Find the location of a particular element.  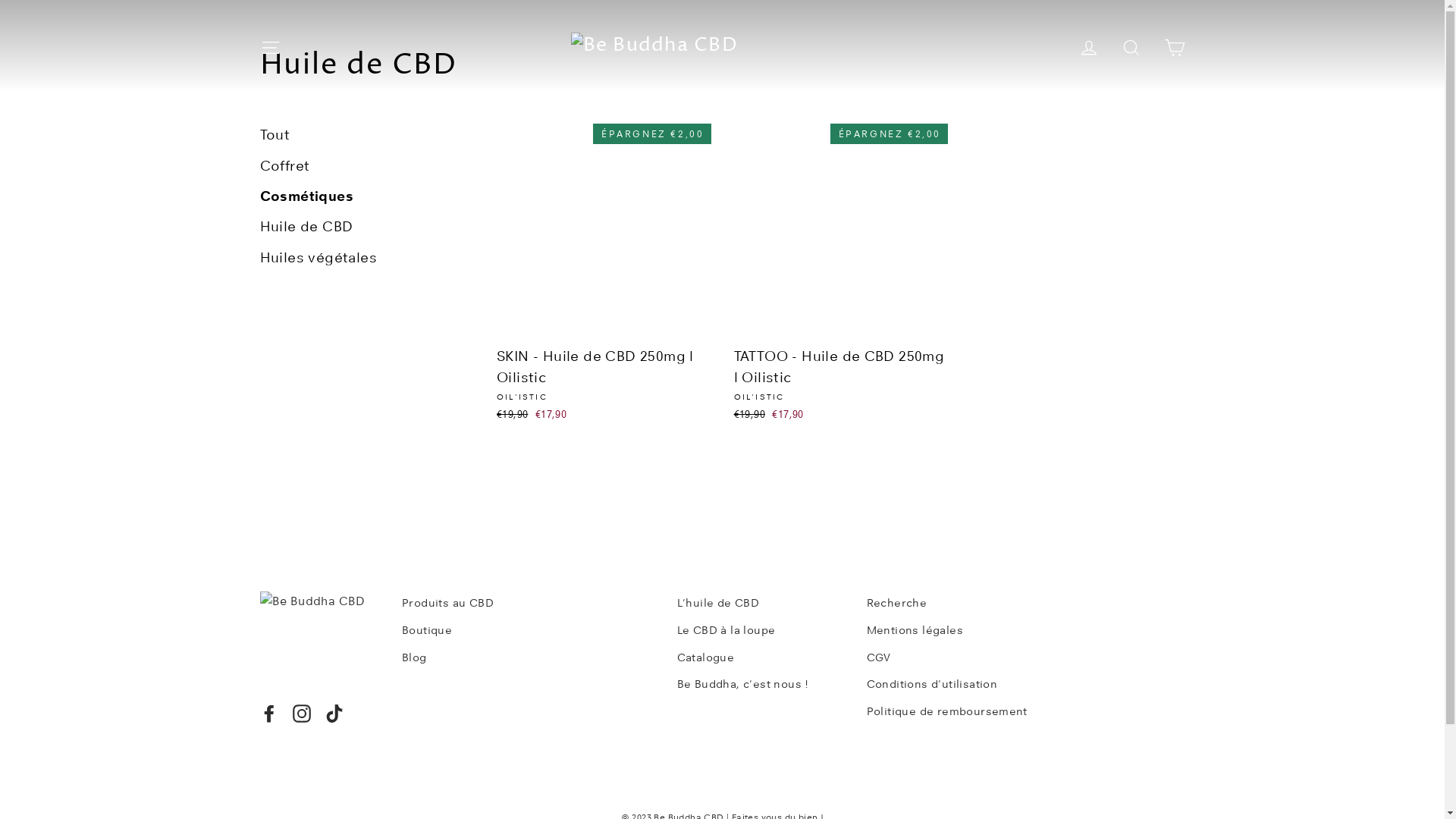

'Tout' is located at coordinates (259, 133).